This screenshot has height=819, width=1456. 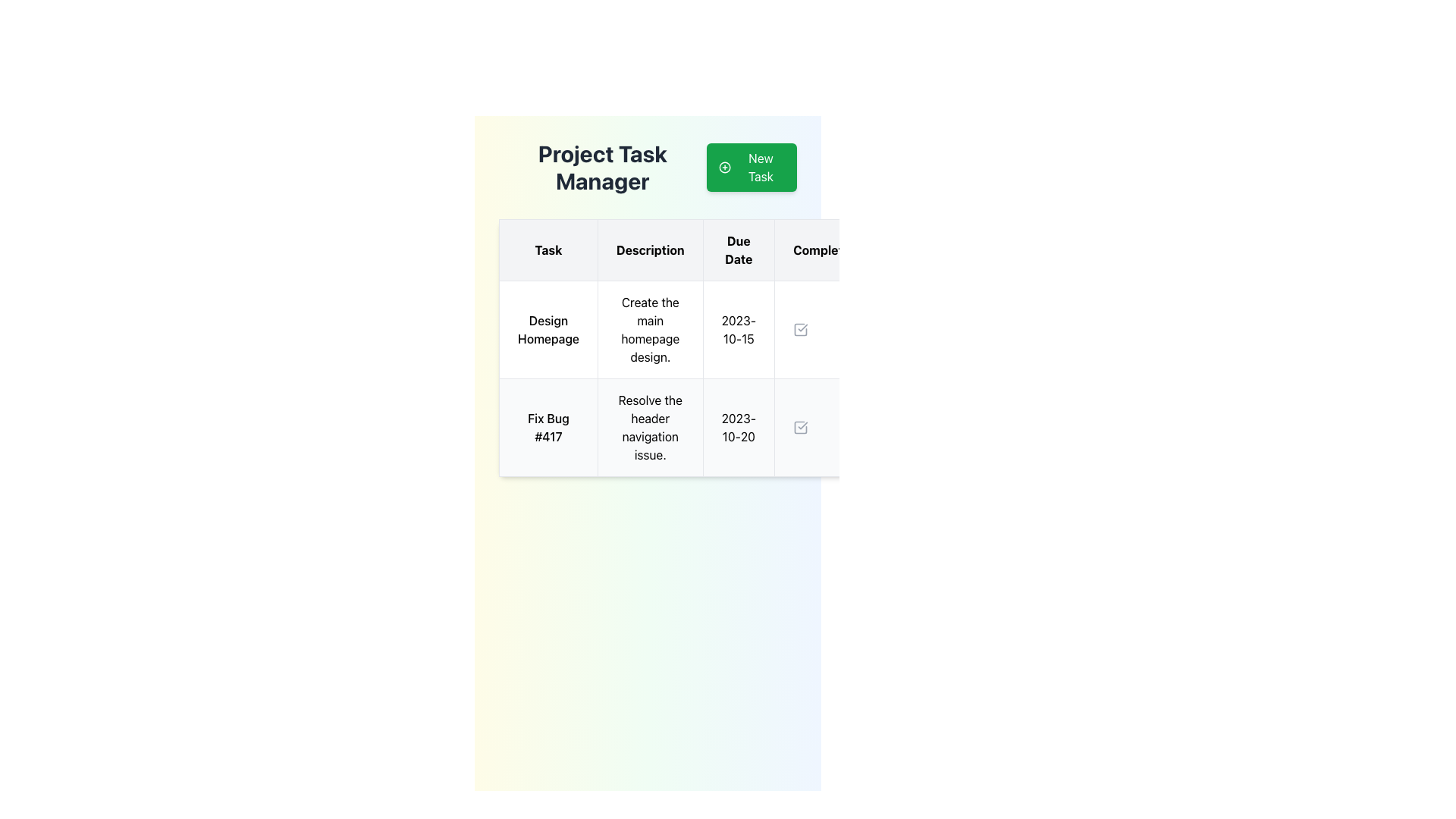 I want to click on the Table Header Cell labeled 'Description', which is the second cell in the header row of a five-column table, positioned between 'Task' and 'Due Date', with a light gray background and bold text, so click(x=650, y=249).